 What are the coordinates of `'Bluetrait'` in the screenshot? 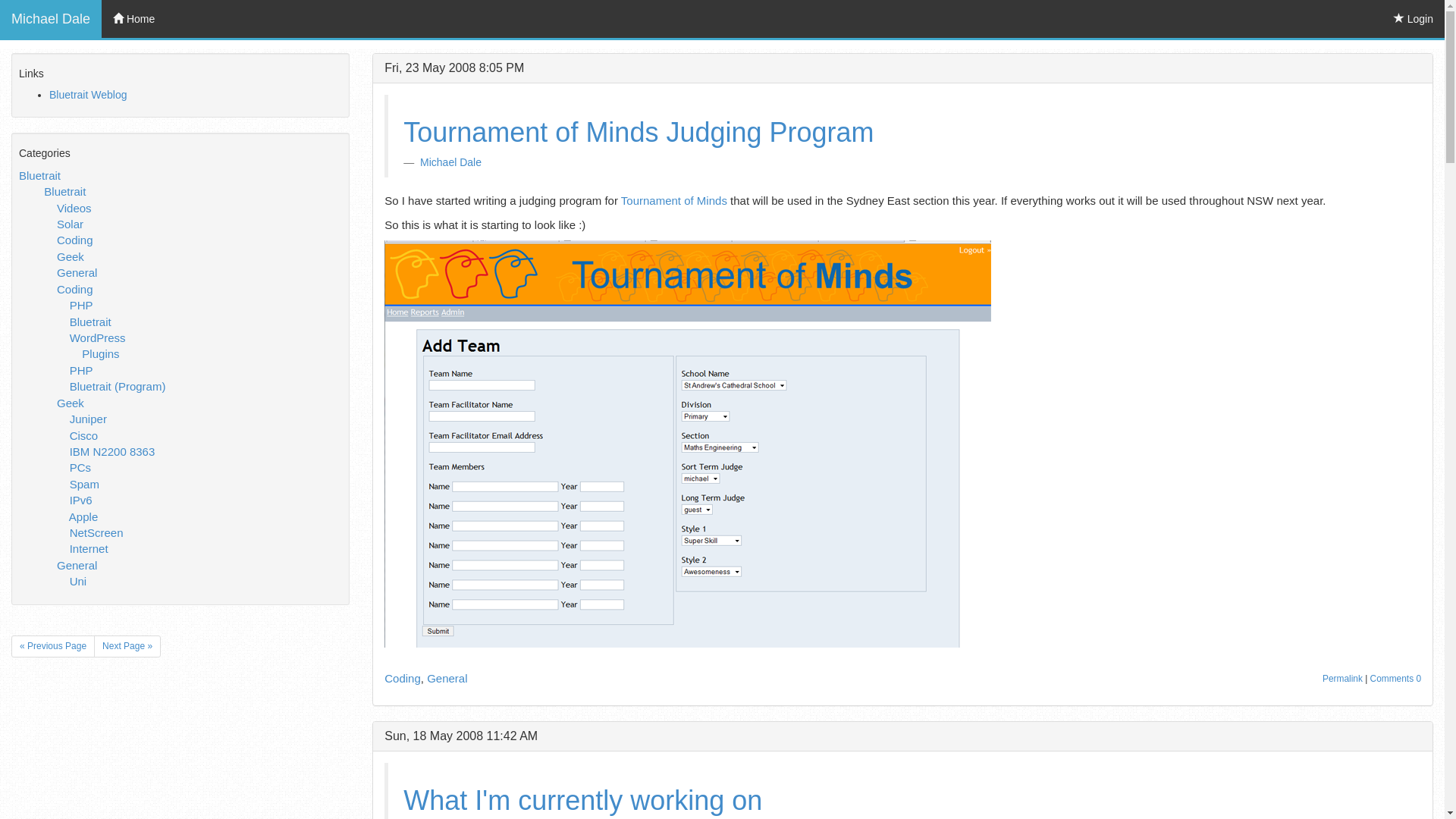 It's located at (39, 174).